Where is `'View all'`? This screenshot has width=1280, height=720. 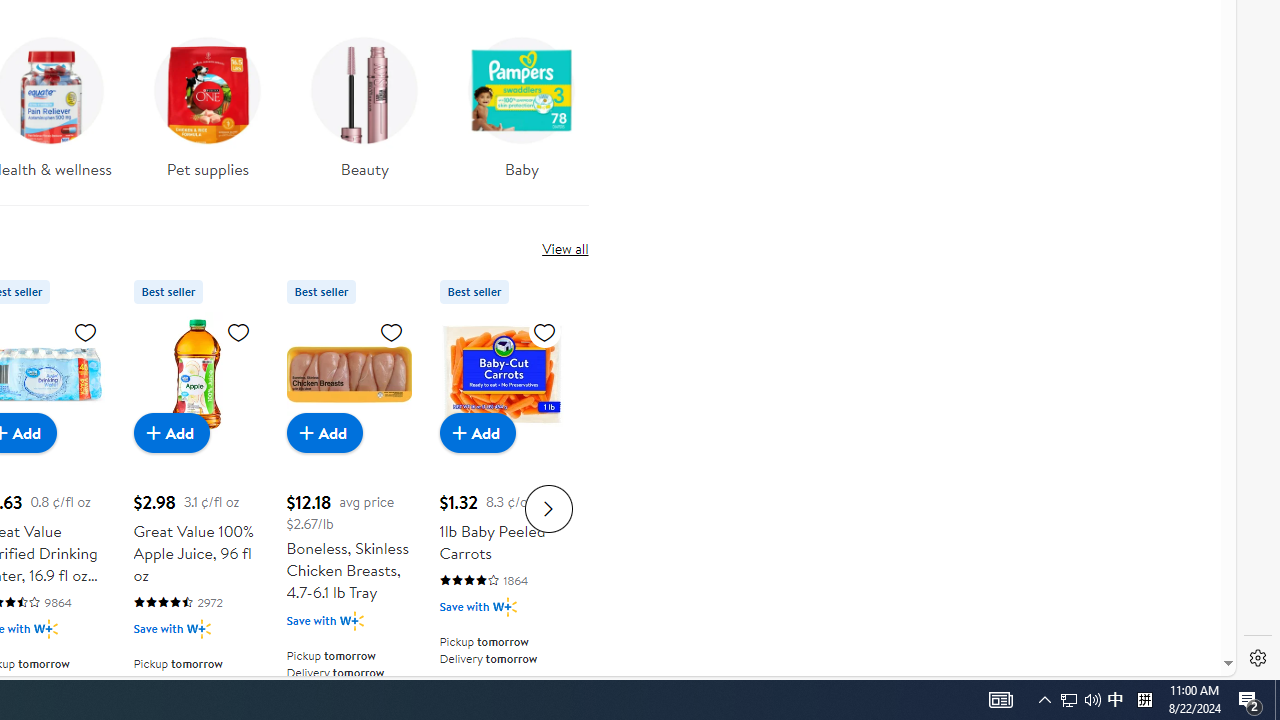 'View all' is located at coordinates (564, 247).